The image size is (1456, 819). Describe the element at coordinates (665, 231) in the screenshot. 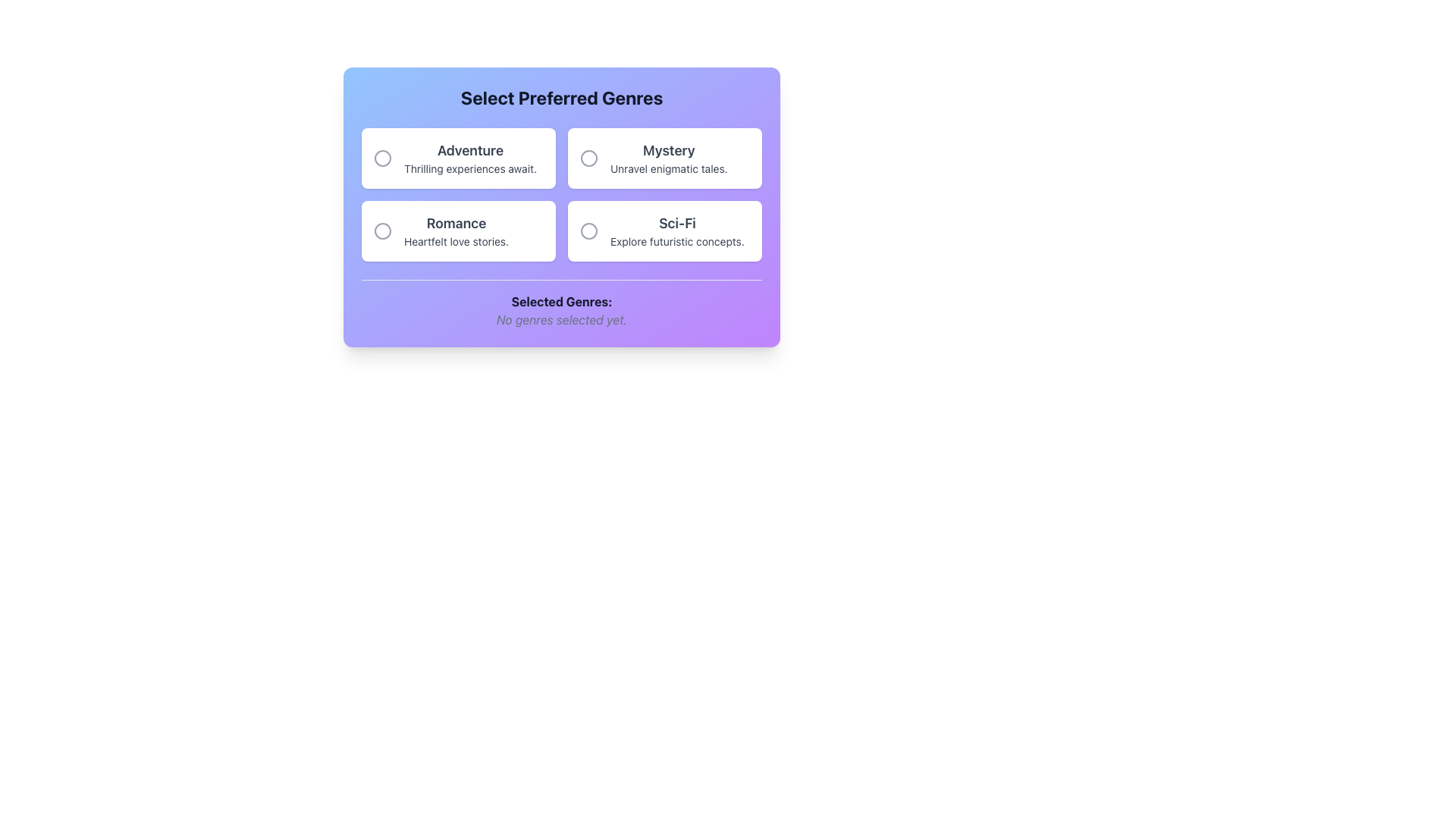

I see `the 'Sci-Fi' genre option button located in the bottom-right of the 2x2 grid layout` at that location.